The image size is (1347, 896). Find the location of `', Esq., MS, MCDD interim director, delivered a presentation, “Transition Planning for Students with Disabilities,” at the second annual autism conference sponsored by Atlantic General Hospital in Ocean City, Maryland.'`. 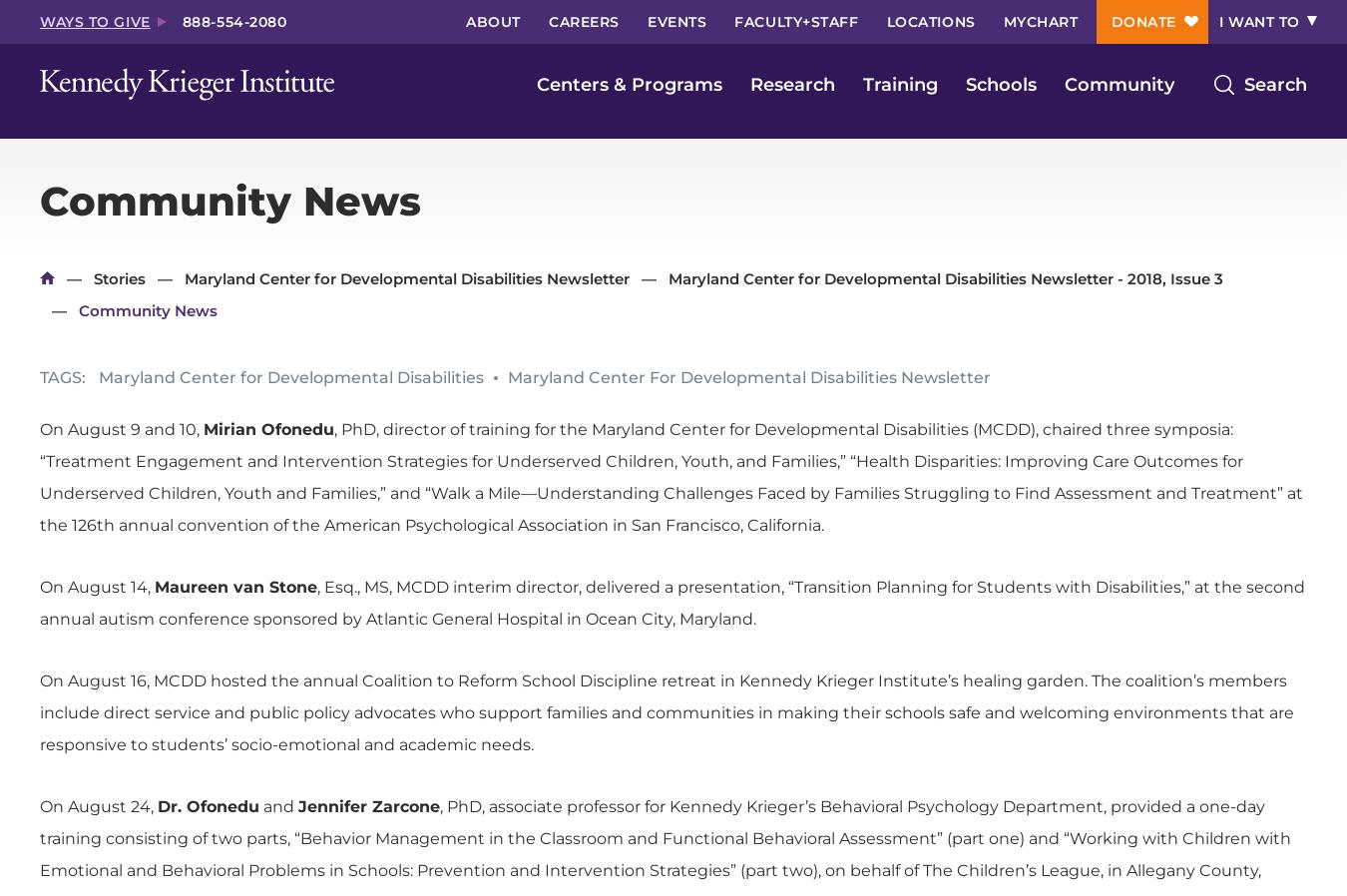

', Esq., MS, MCDD interim director, delivered a presentation, “Transition Planning for Students with Disabilities,” at the second annual autism conference sponsored by Atlantic General Hospital in Ocean City, Maryland.' is located at coordinates (673, 602).